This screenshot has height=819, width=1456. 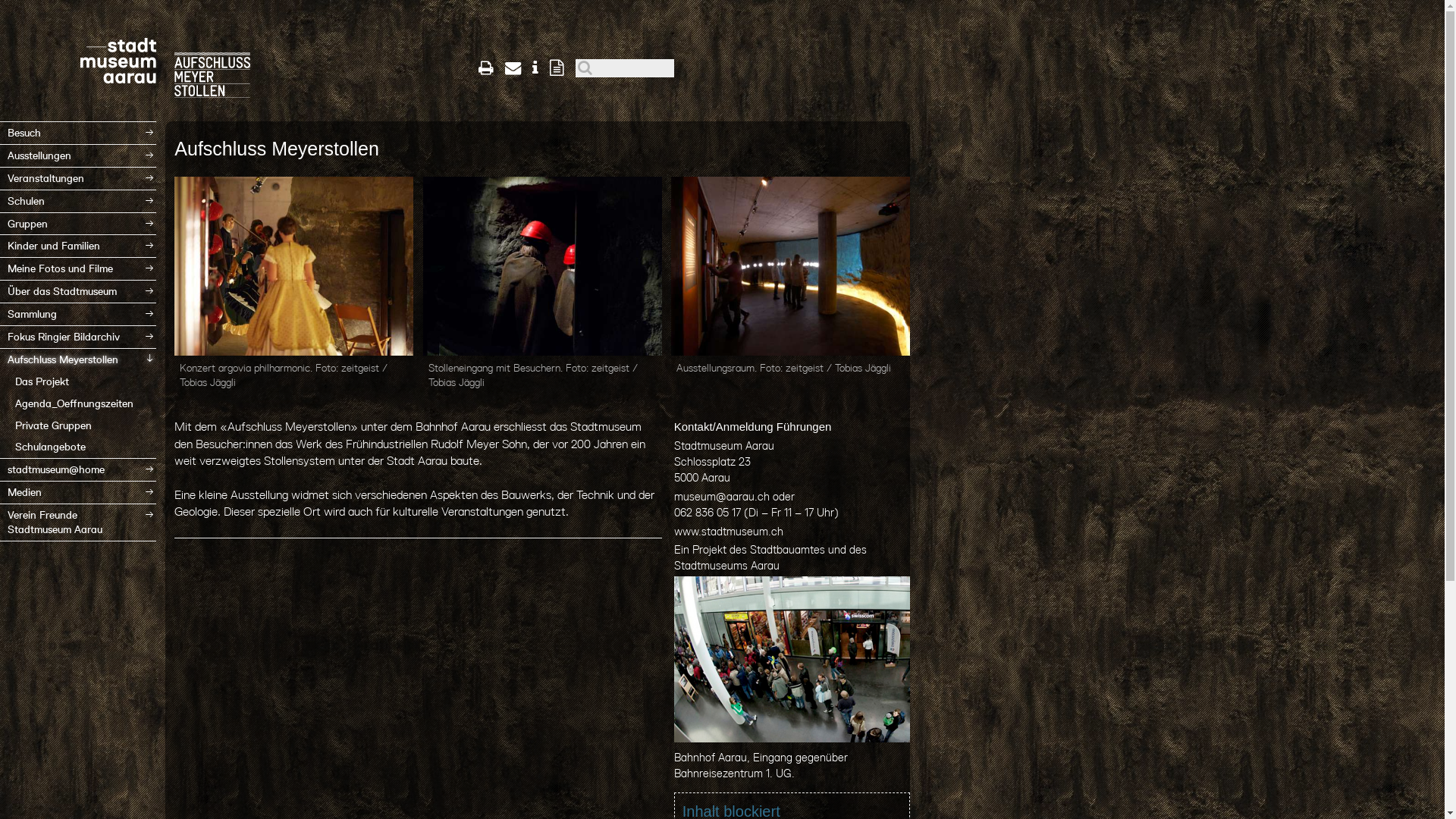 I want to click on 'Medien', so click(x=77, y=492).